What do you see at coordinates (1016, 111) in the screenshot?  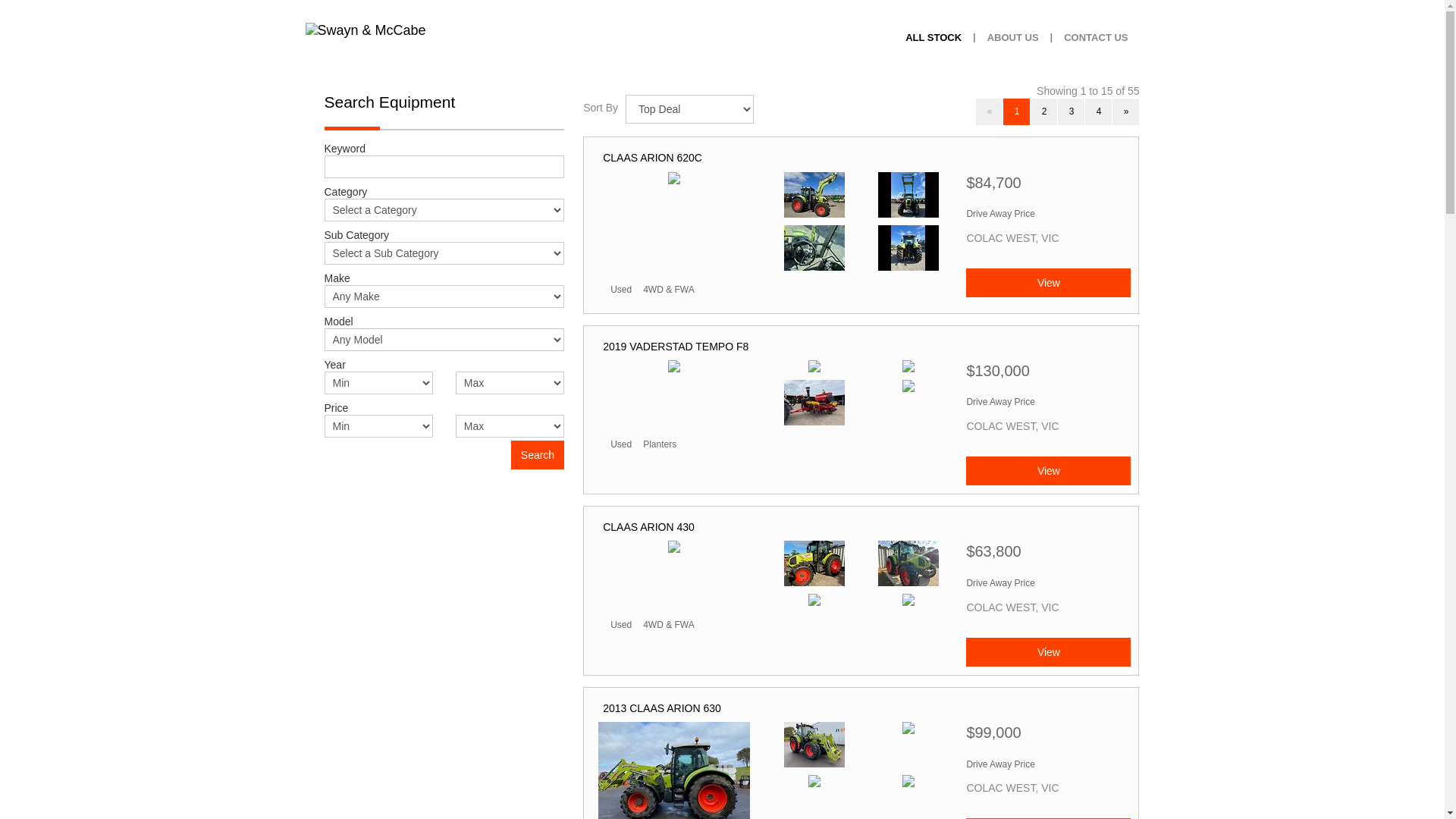 I see `'1'` at bounding box center [1016, 111].